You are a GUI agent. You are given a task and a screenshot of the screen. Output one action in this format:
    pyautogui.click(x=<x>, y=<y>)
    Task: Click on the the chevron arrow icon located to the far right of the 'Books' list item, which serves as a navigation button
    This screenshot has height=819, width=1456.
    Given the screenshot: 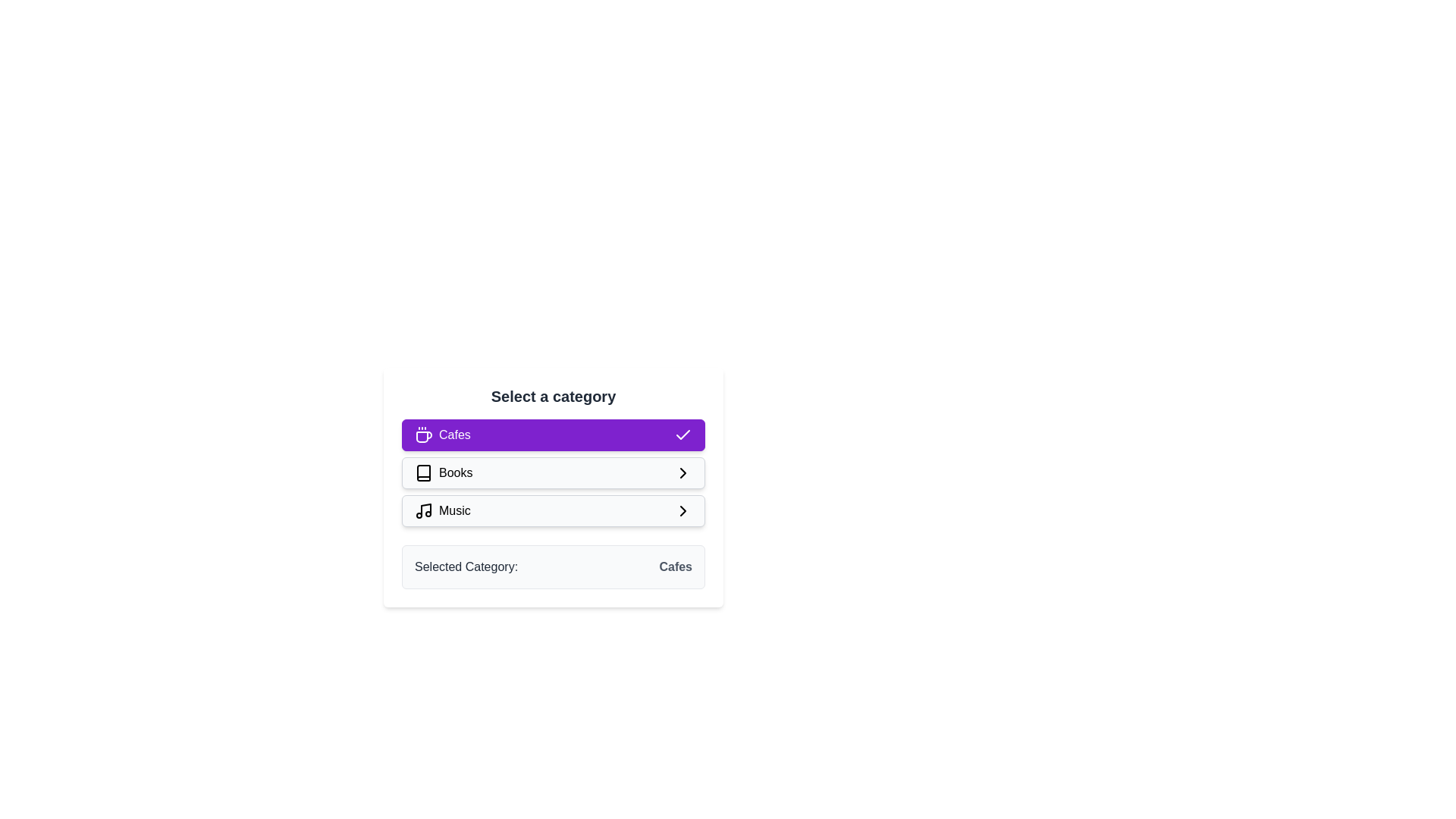 What is the action you would take?
    pyautogui.click(x=682, y=472)
    